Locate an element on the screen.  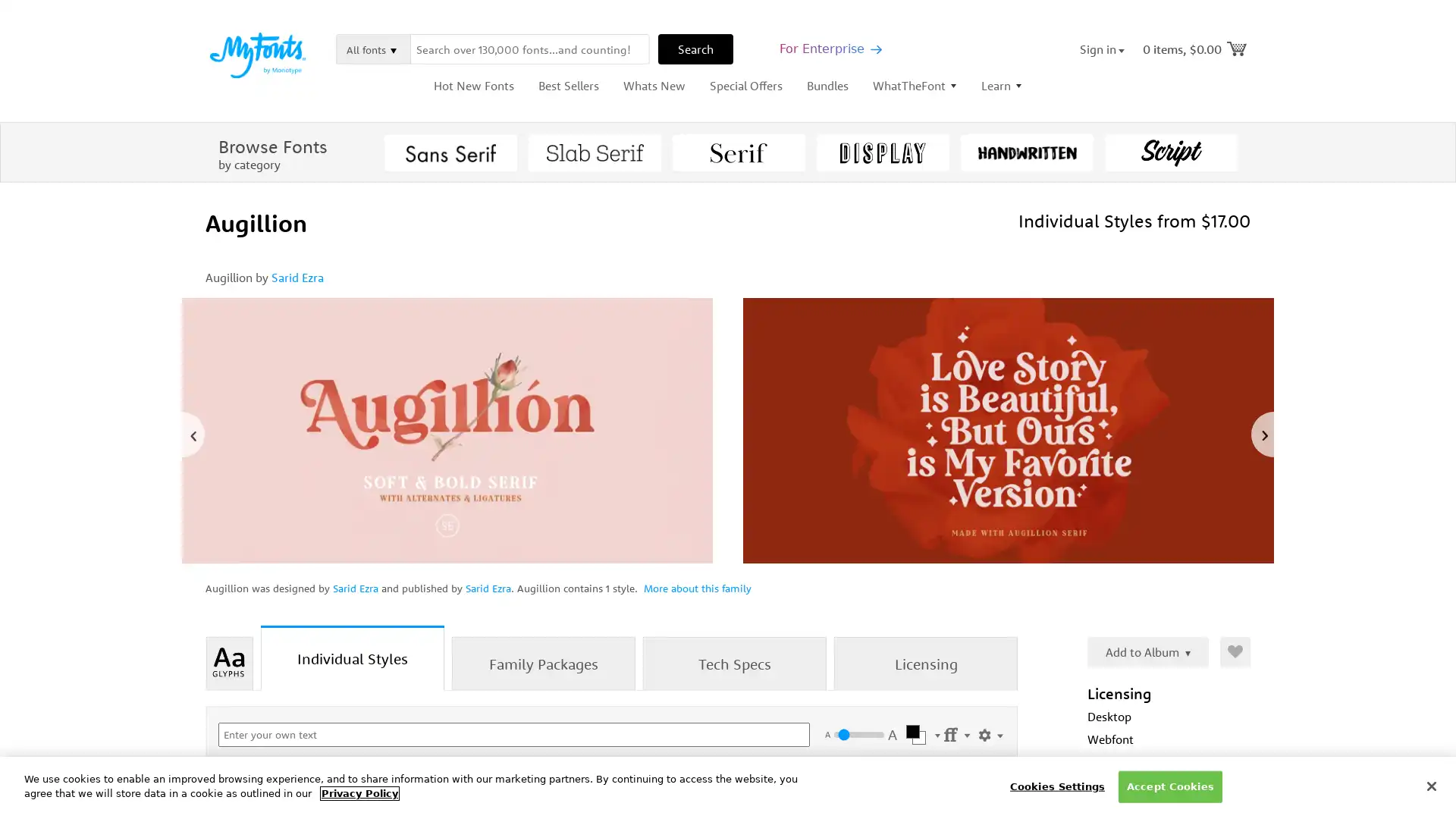
WhatTheFont is located at coordinates (914, 85).